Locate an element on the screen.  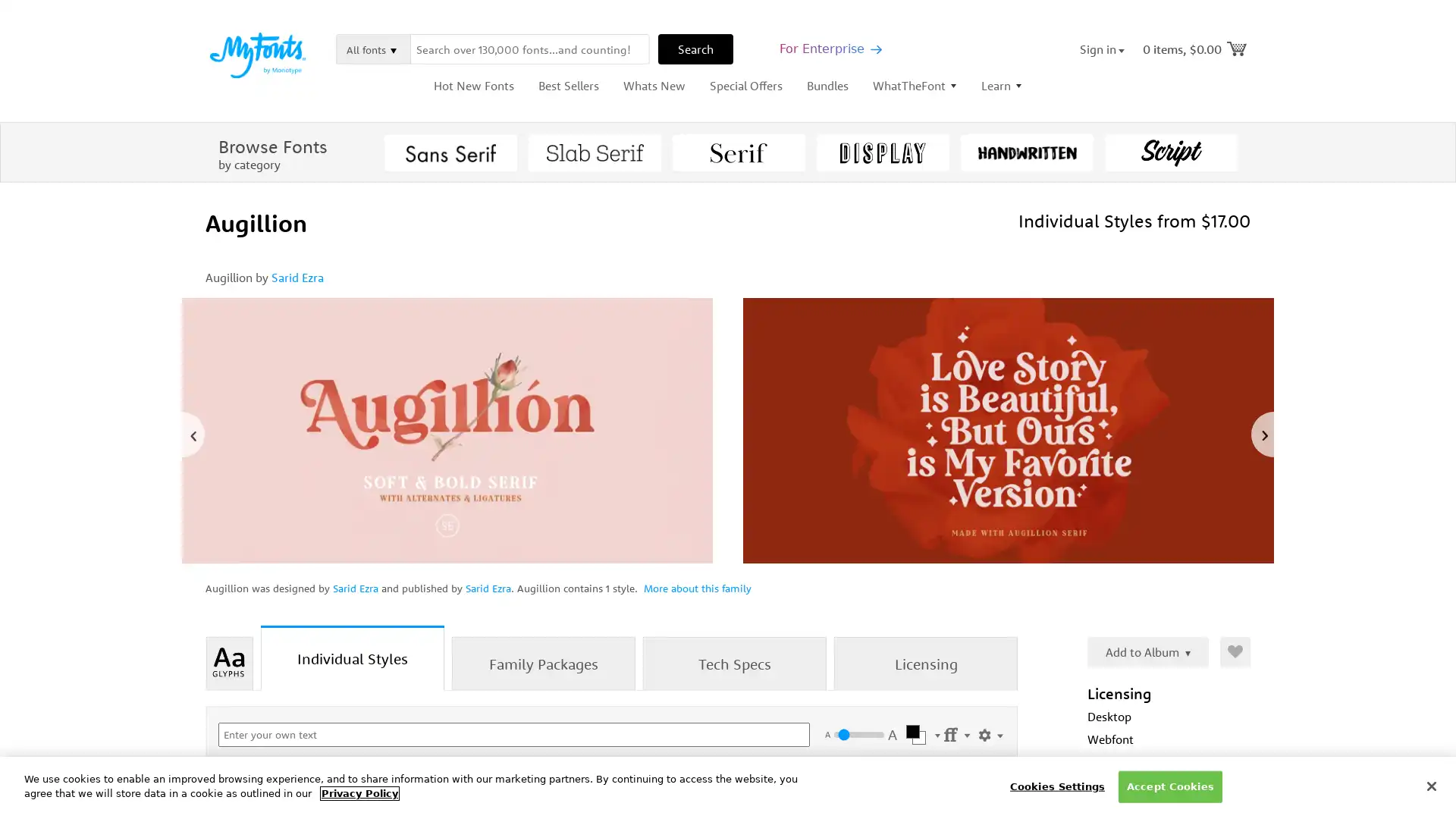
WhatTheFont is located at coordinates (914, 85).